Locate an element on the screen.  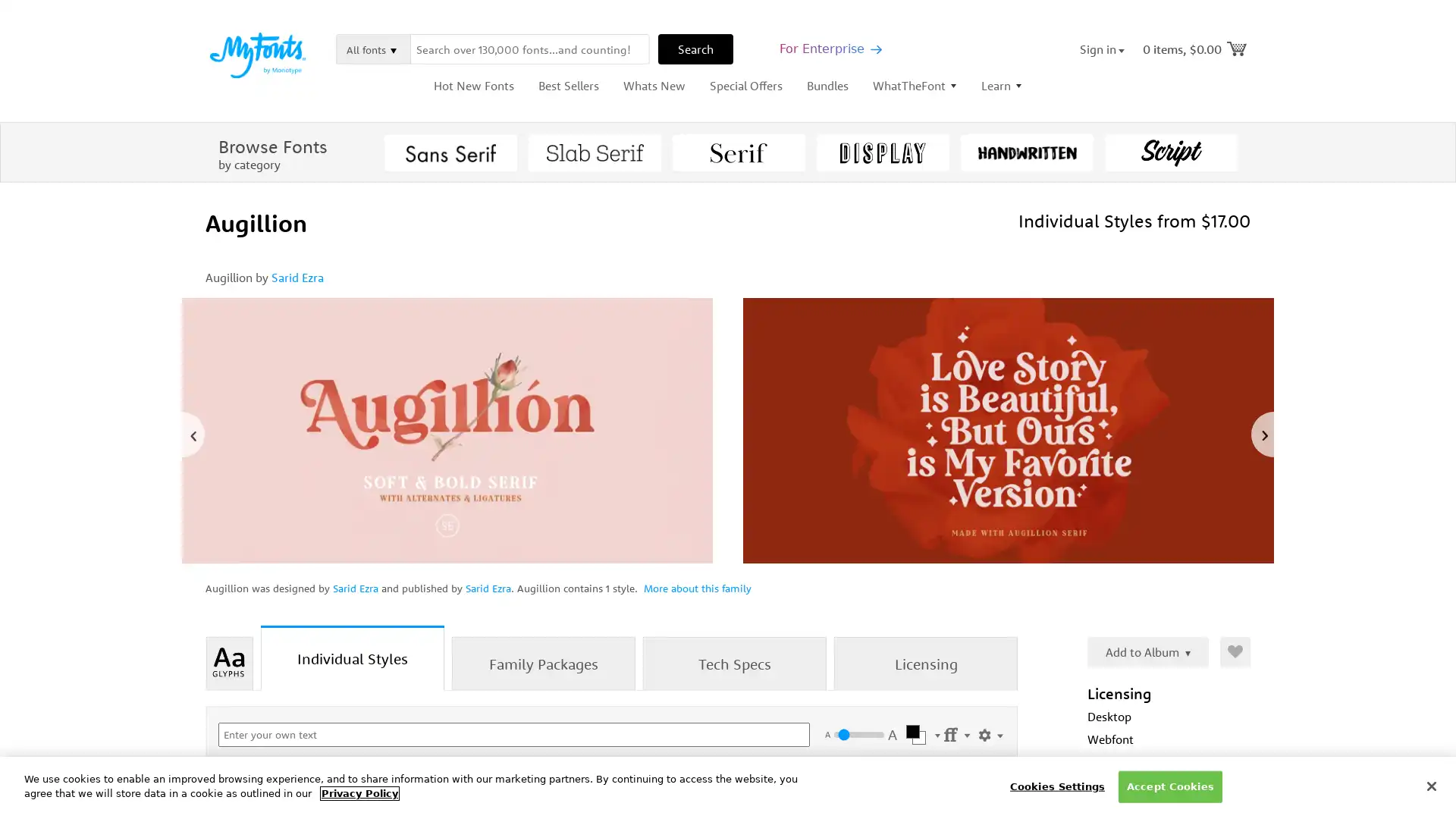
WhatTheFont is located at coordinates (914, 85).